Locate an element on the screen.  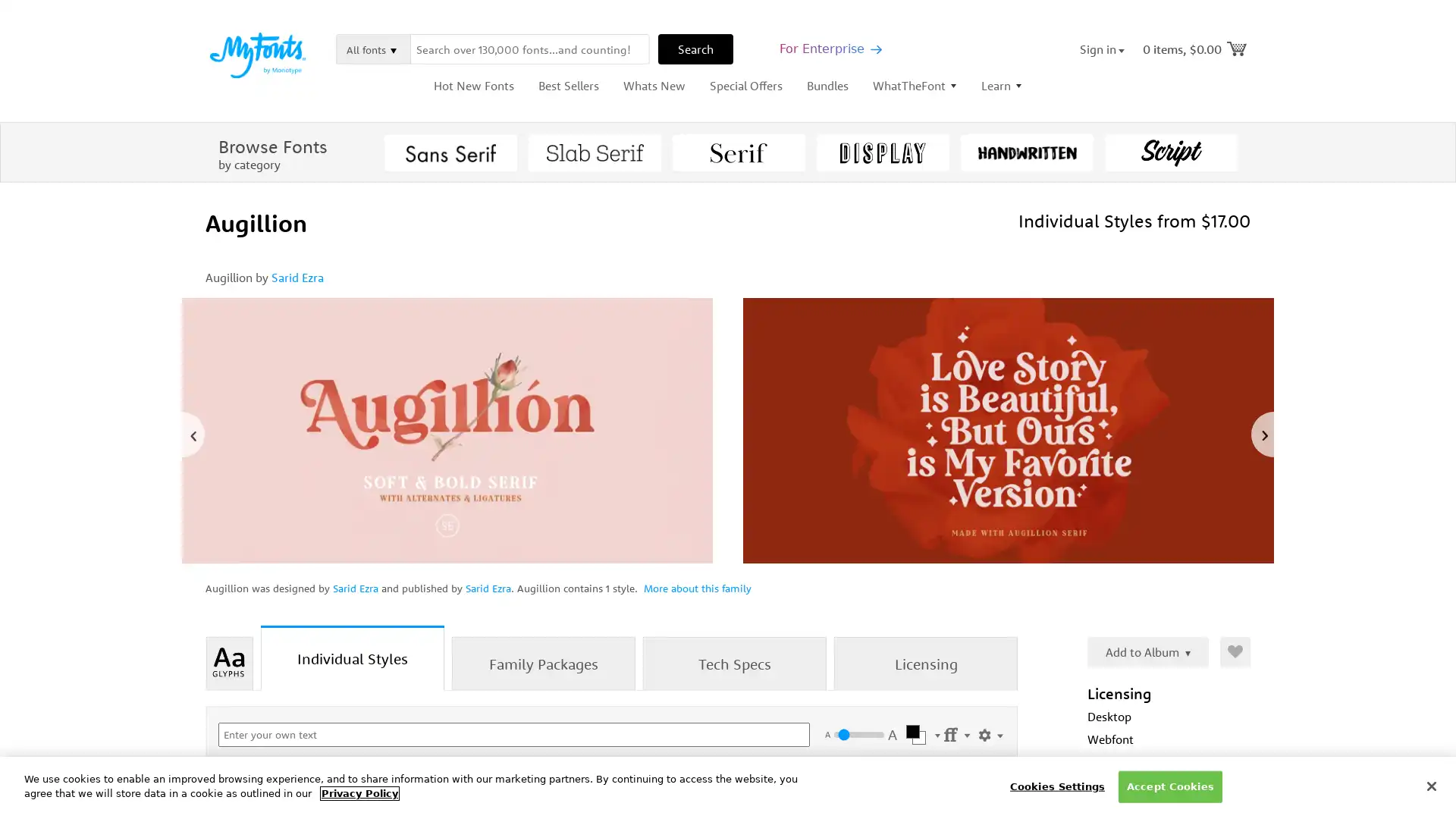
WhatTheFont is located at coordinates (914, 85).